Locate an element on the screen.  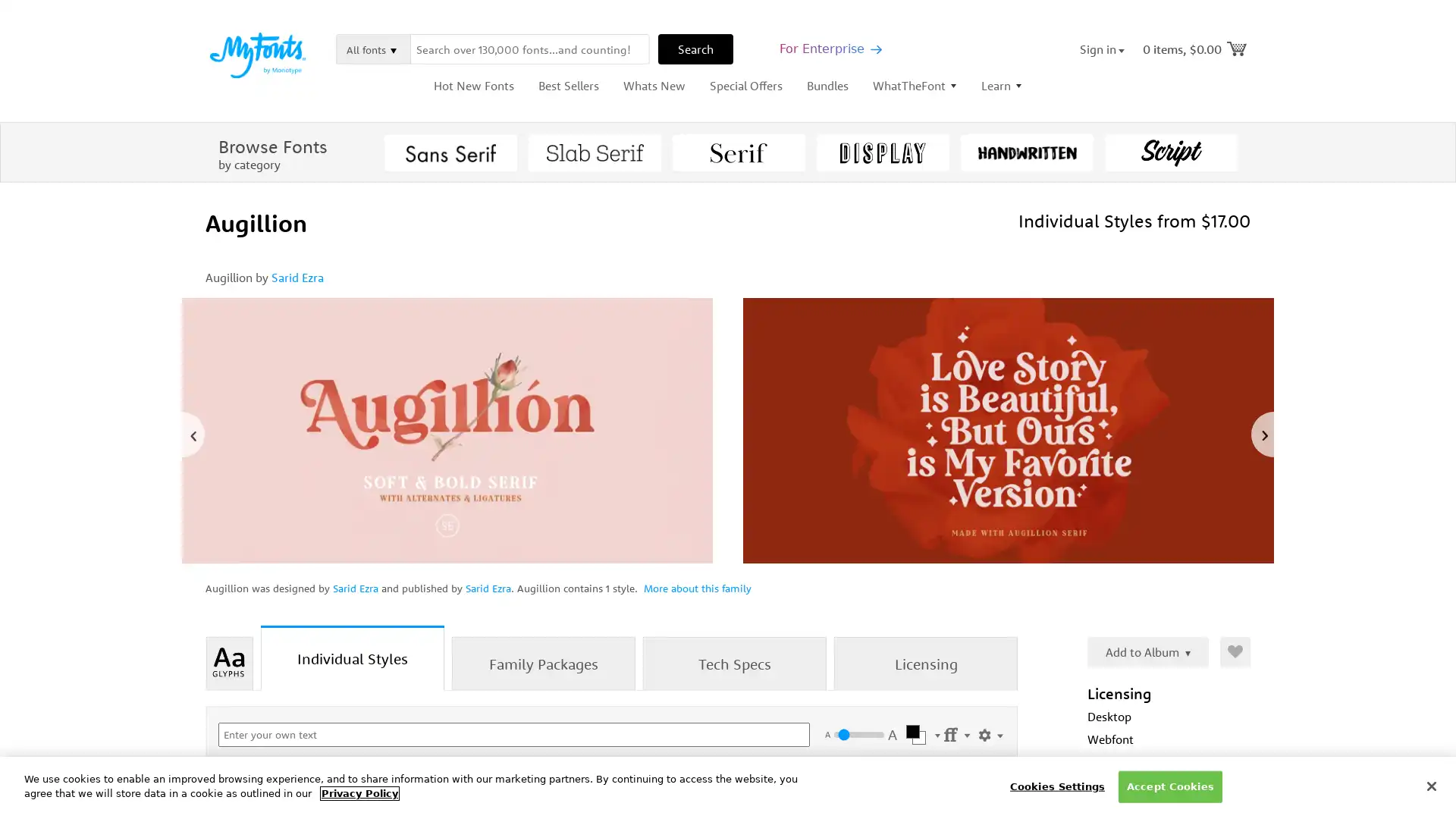
WhatTheFont is located at coordinates (914, 85).